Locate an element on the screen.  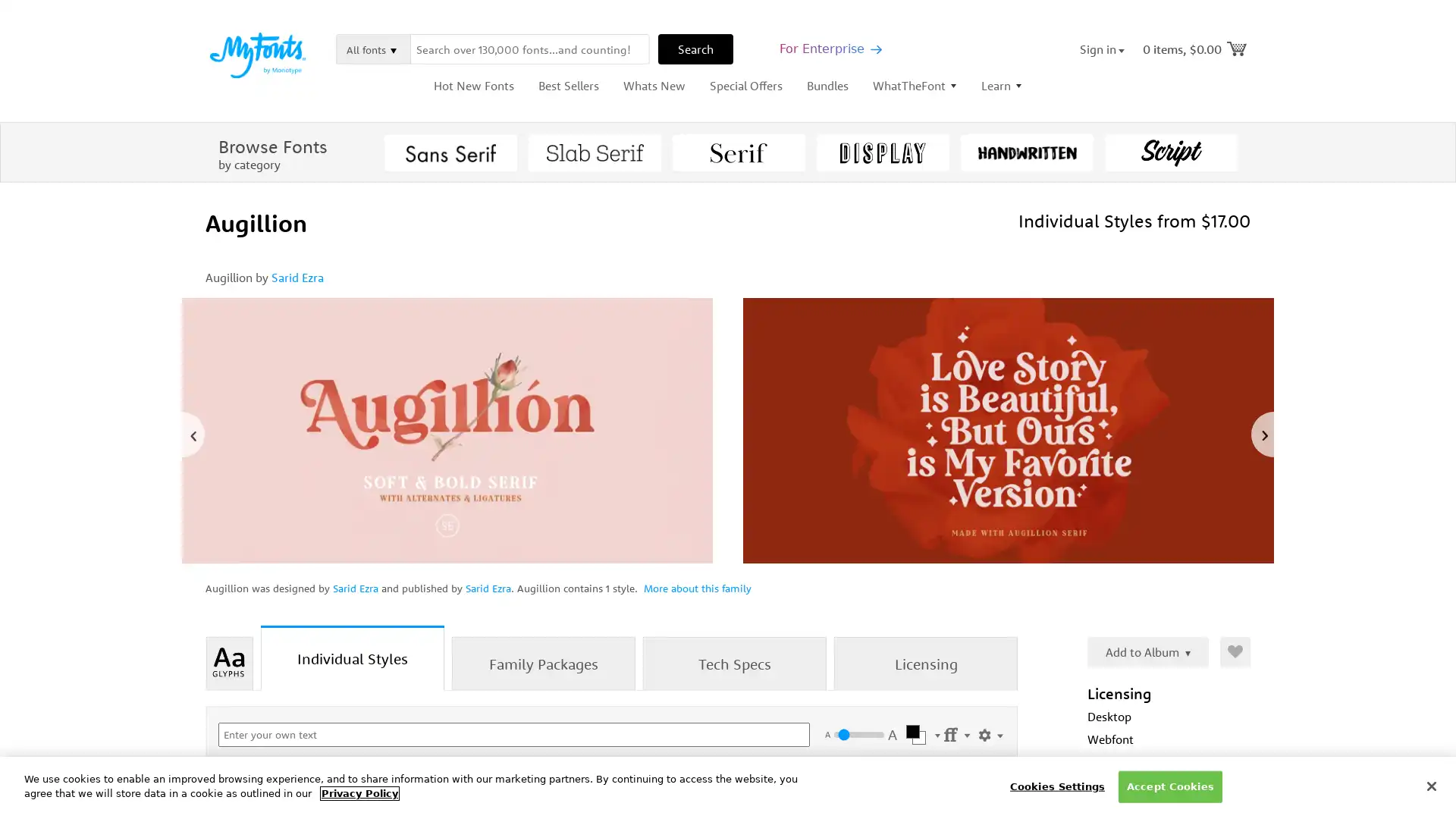
WhatTheFont is located at coordinates (914, 85).